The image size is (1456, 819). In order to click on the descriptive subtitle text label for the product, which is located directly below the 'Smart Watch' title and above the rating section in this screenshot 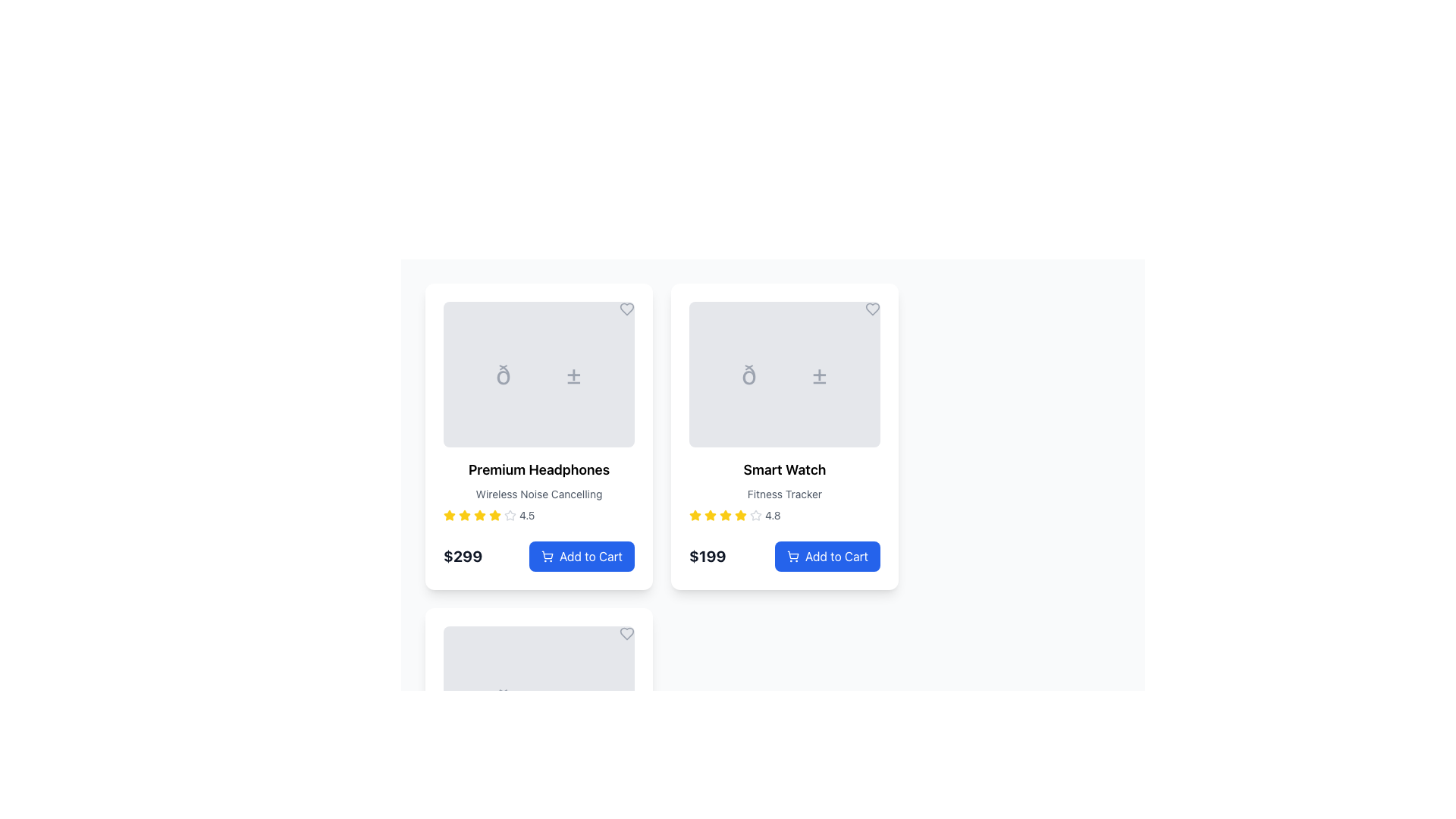, I will do `click(785, 494)`.